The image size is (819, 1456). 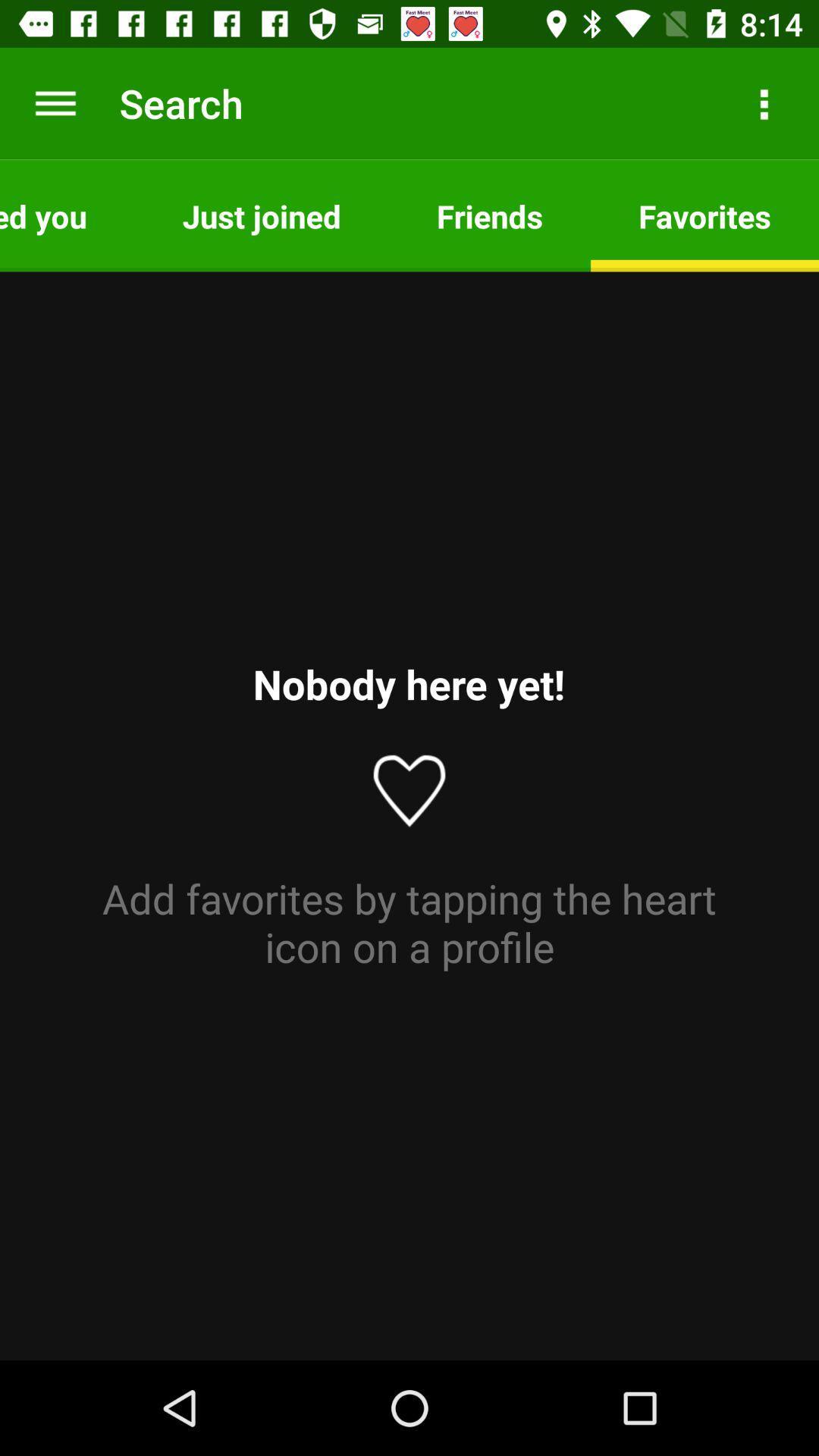 I want to click on the icon to the left of just joined app, so click(x=66, y=215).